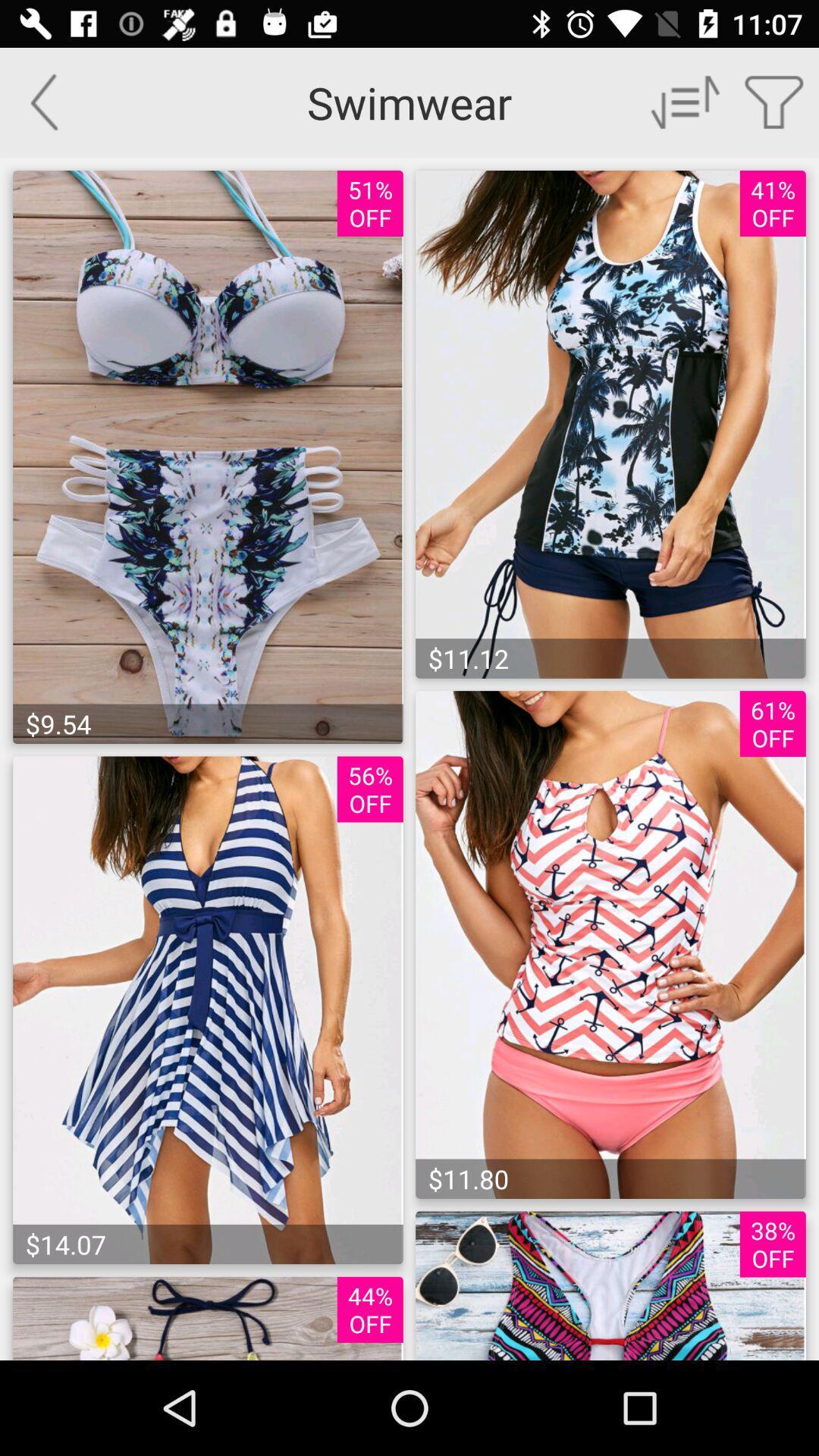  What do you see at coordinates (774, 101) in the screenshot?
I see `a list of things you have choose to buy` at bounding box center [774, 101].